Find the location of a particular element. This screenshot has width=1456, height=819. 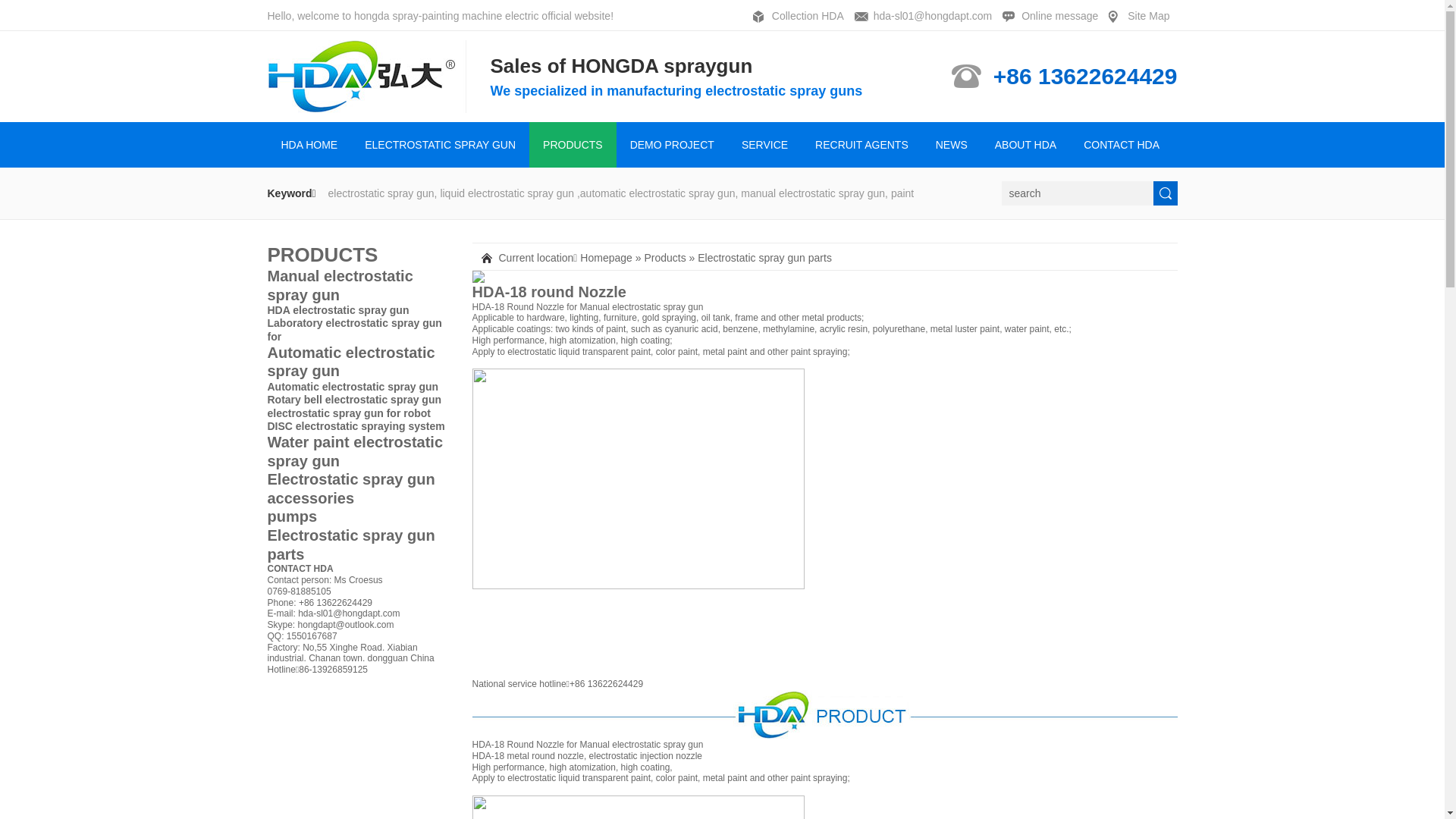

'Automatic electrostatic spray gun' is located at coordinates (359, 362).